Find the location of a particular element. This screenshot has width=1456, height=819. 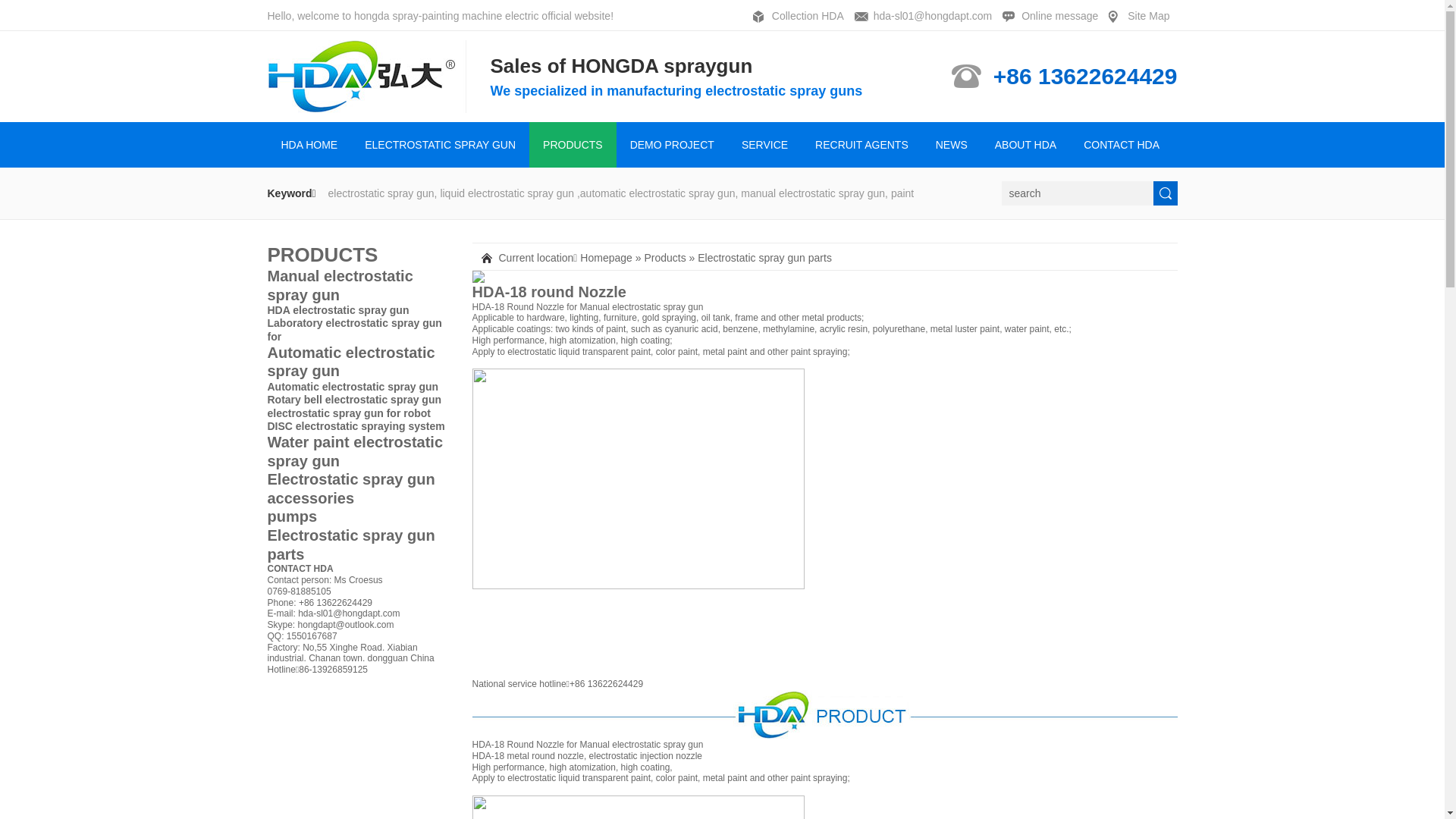

'Automatic electrostatic spray gun' is located at coordinates (359, 362).